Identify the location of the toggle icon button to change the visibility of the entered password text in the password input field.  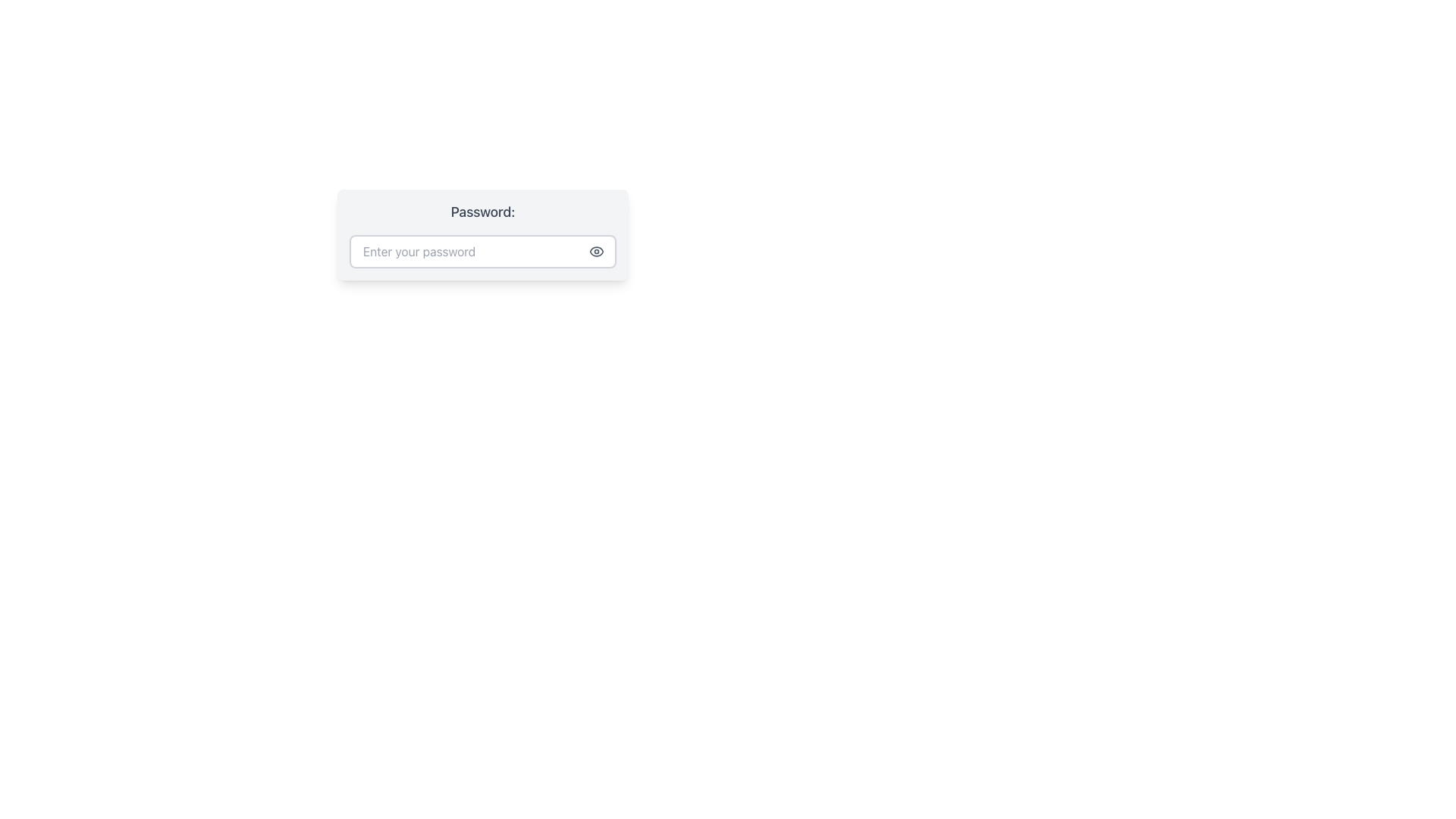
(596, 250).